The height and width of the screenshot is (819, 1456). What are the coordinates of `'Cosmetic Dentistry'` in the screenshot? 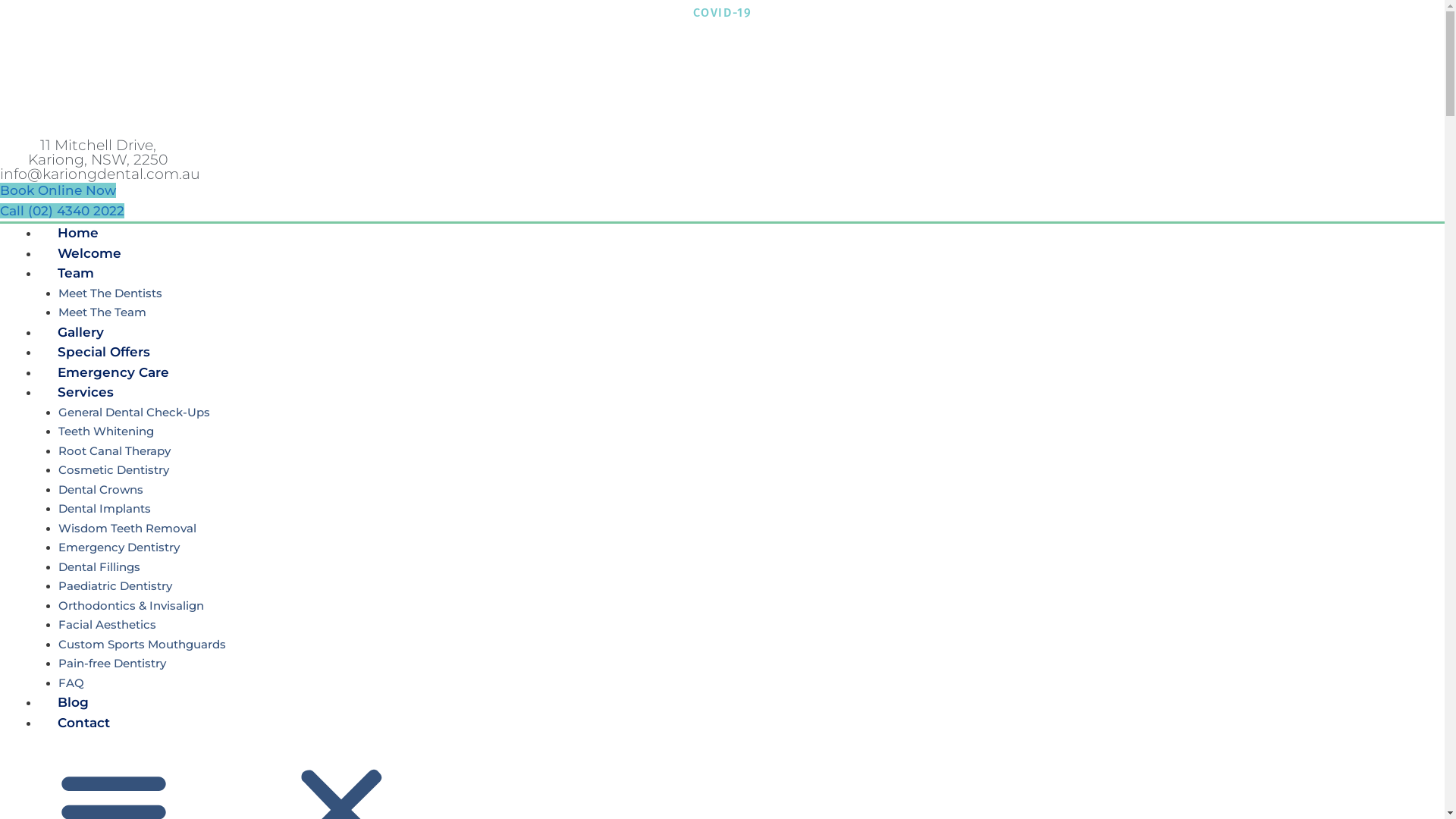 It's located at (111, 469).